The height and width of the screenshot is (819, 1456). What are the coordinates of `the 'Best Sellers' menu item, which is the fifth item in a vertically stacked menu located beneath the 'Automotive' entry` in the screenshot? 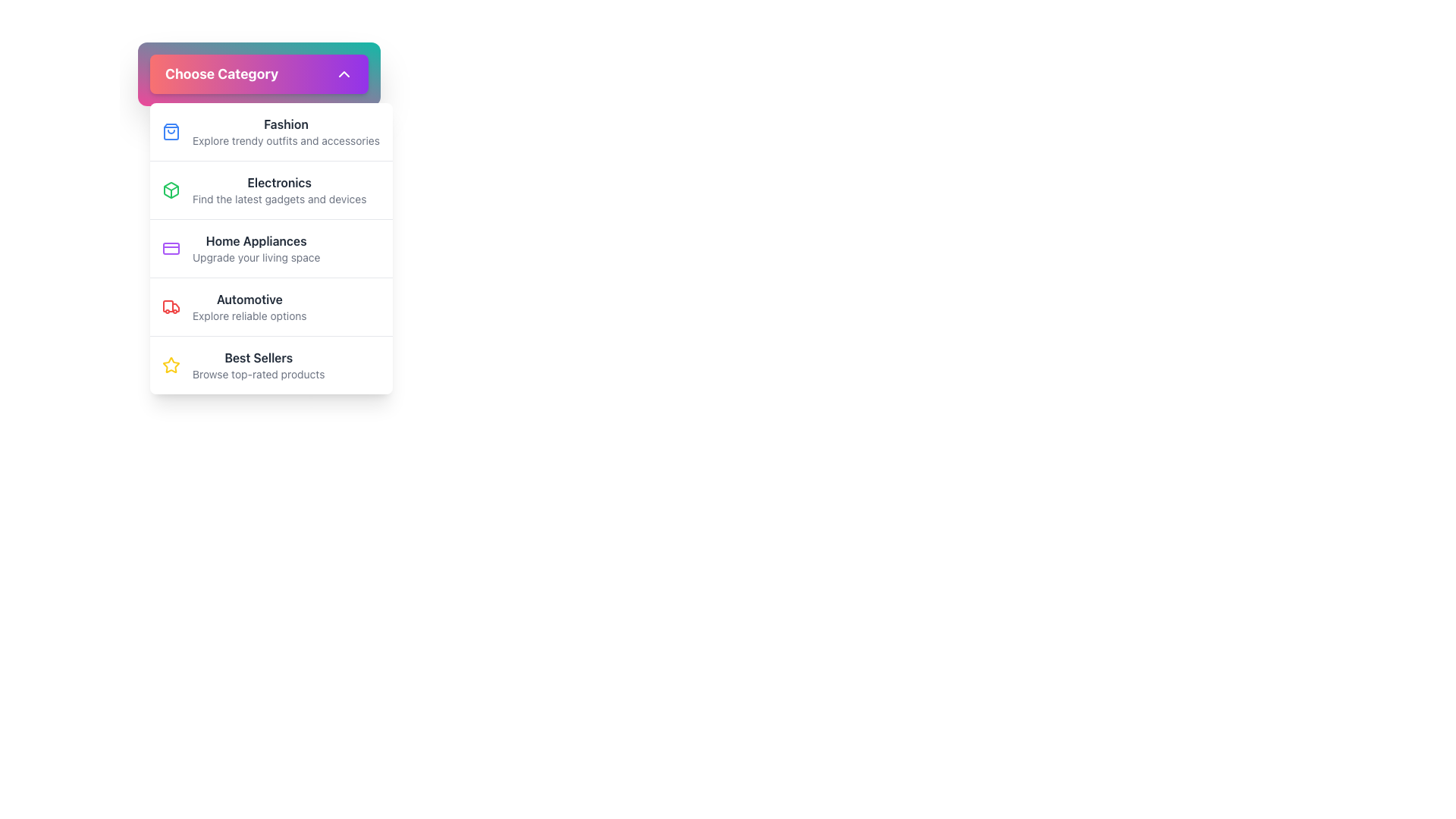 It's located at (271, 365).